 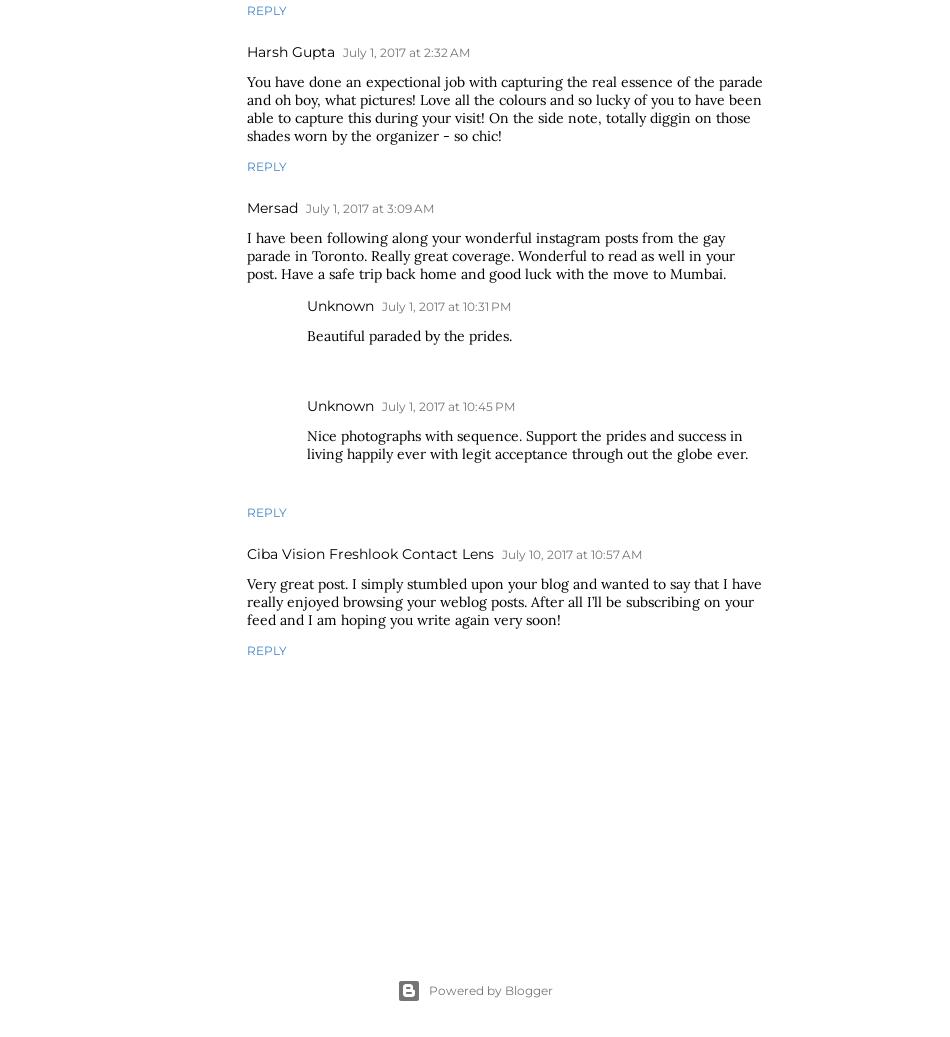 What do you see at coordinates (527, 443) in the screenshot?
I see `'Nice photographs with sequence. Support the prides and success in living happily ever with legit acceptance through out the globe ever.'` at bounding box center [527, 443].